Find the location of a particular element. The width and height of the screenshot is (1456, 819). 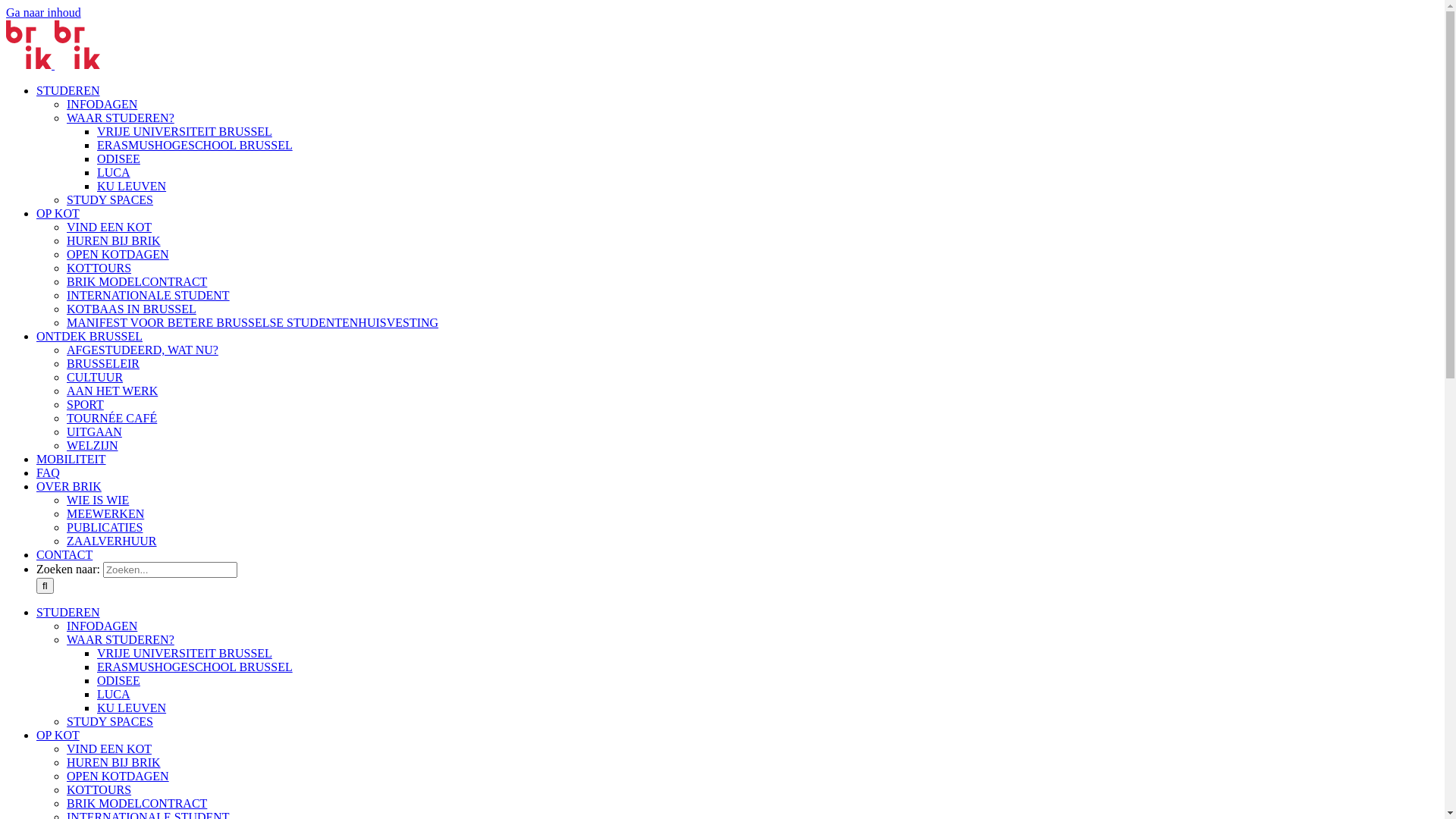

'VRIJE UNIVERSITEIT BRUSSEL' is located at coordinates (184, 652).